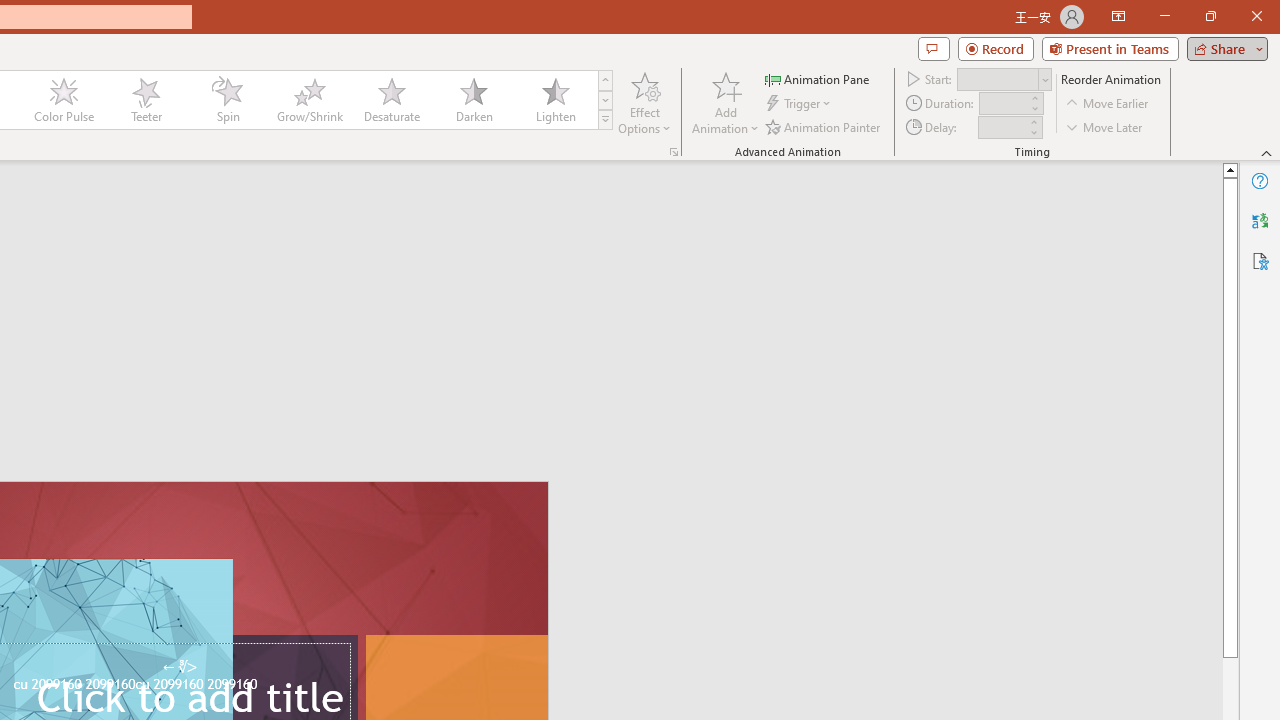 This screenshot has height=720, width=1280. Describe the element at coordinates (1033, 121) in the screenshot. I see `'More'` at that location.